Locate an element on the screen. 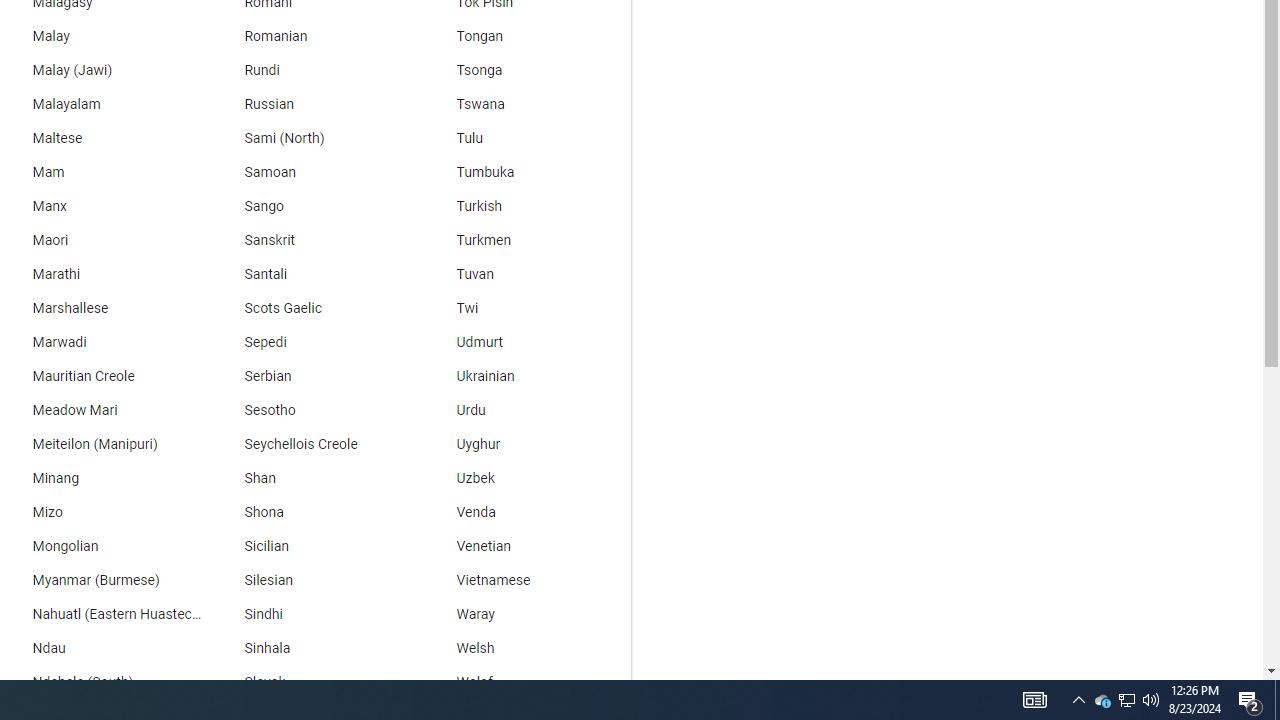 The height and width of the screenshot is (720, 1280). 'Twi' is located at coordinates (525, 308).